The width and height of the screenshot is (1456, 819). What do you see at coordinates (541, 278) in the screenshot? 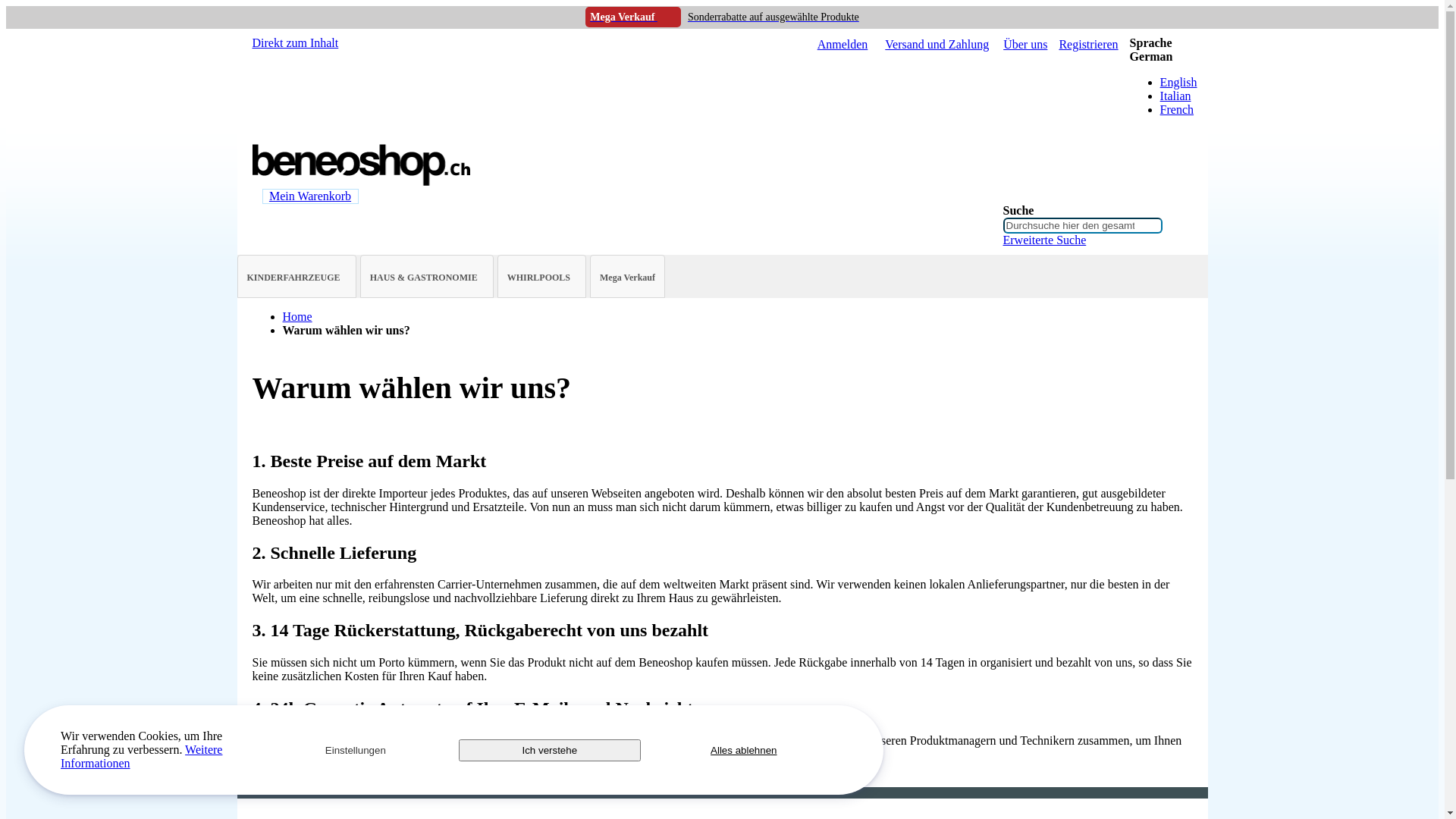
I see `'WHIRLPOOLS'` at bounding box center [541, 278].